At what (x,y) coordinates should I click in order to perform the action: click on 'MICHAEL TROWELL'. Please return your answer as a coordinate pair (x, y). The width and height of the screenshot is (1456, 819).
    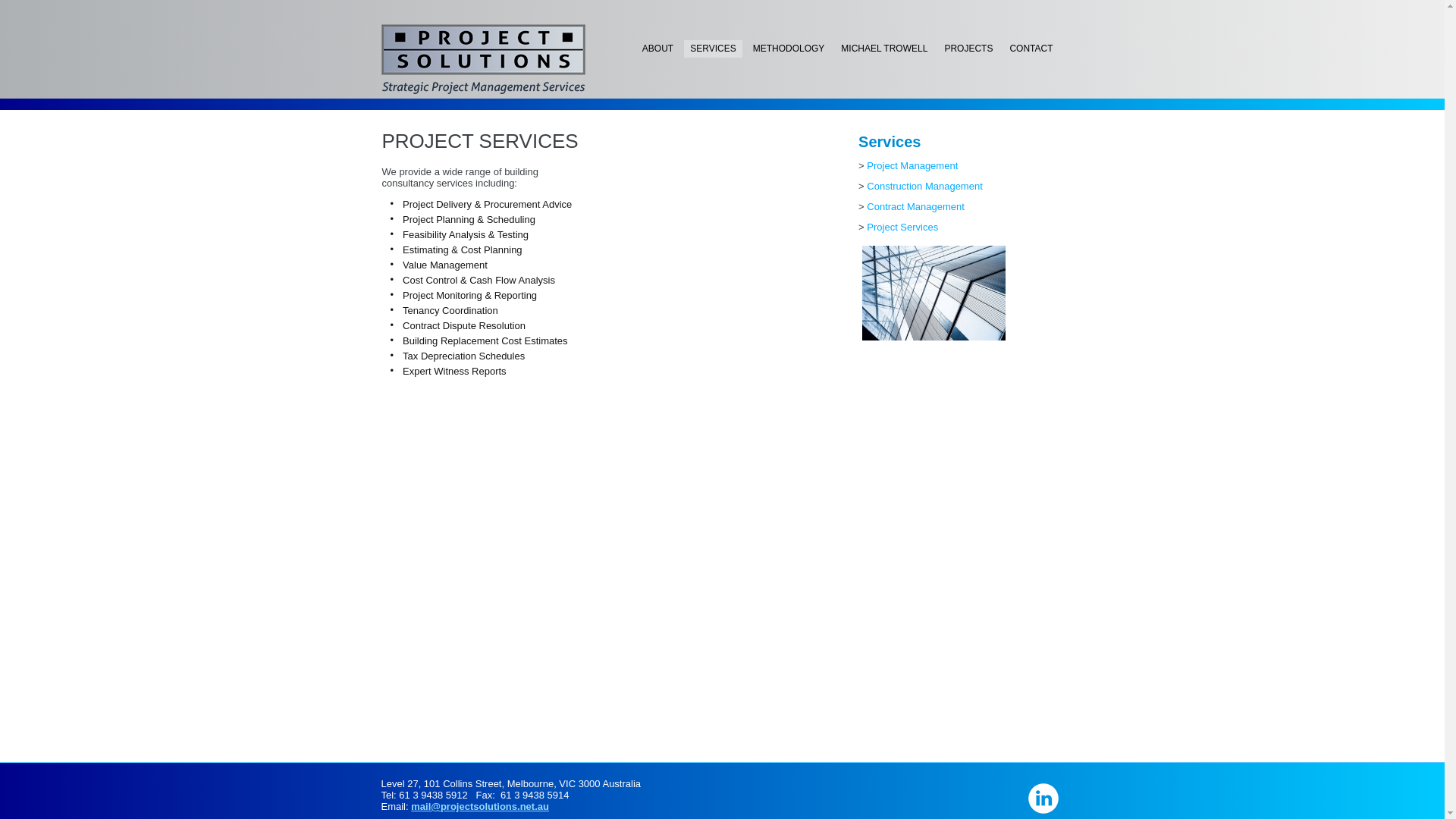
    Looking at the image, I should click on (884, 48).